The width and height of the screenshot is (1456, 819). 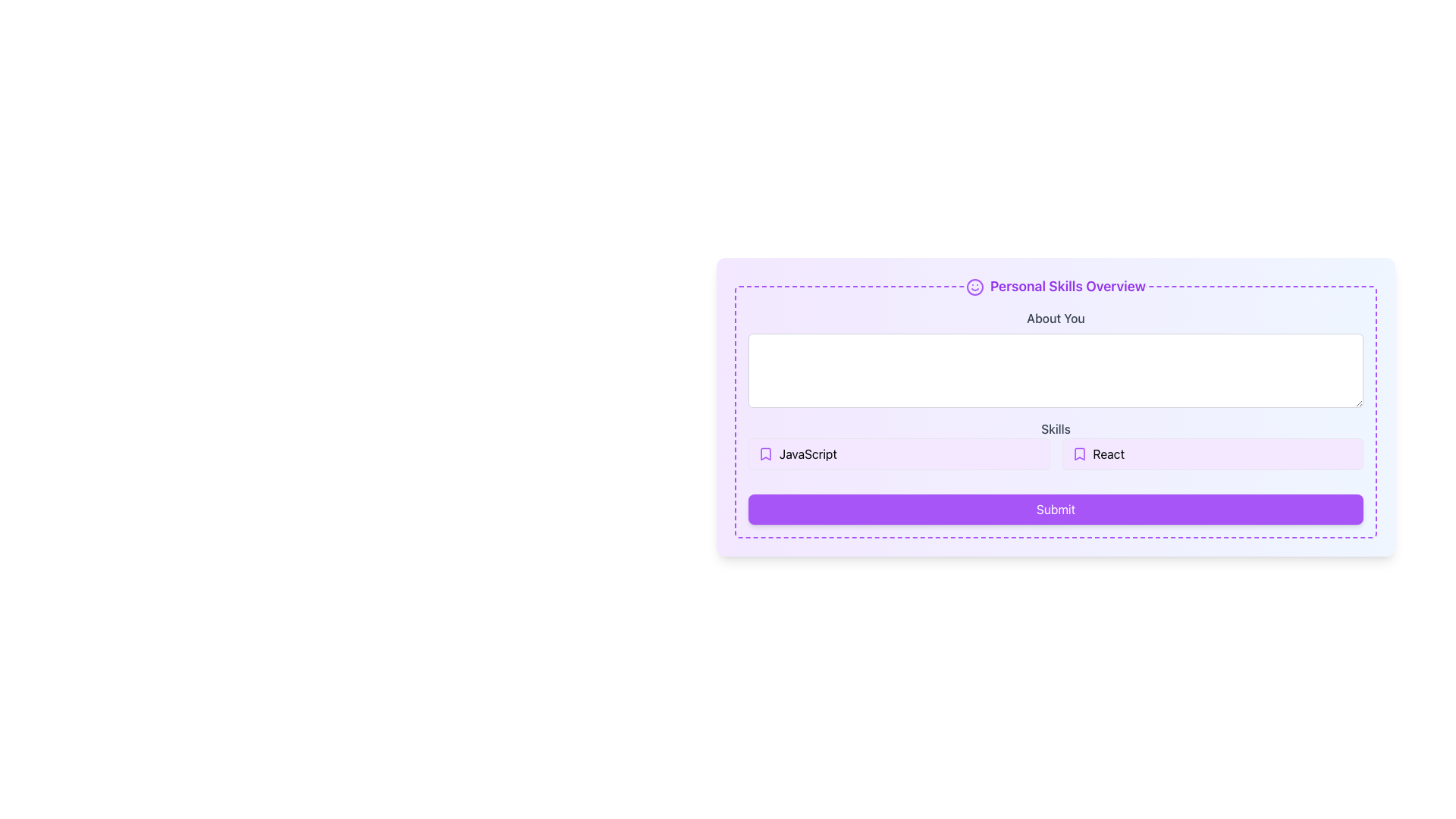 What do you see at coordinates (1212, 453) in the screenshot?
I see `the 'React' button with a purple border and light purple background to trigger the tooltip or visual change` at bounding box center [1212, 453].